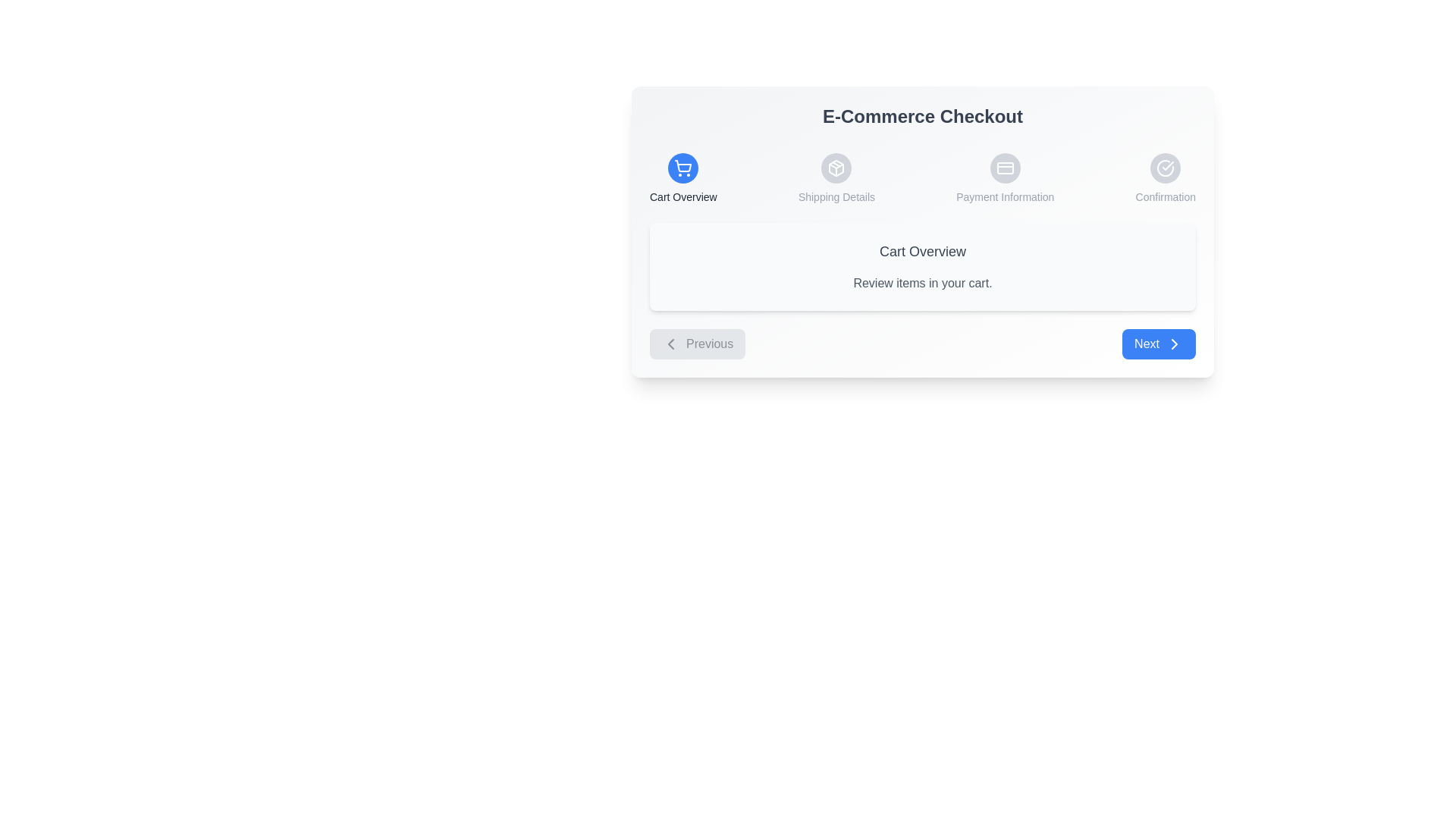 The height and width of the screenshot is (819, 1456). What do you see at coordinates (836, 196) in the screenshot?
I see `the Text Label that indicates the second step in the checkout process, located below the shipping details icon` at bounding box center [836, 196].